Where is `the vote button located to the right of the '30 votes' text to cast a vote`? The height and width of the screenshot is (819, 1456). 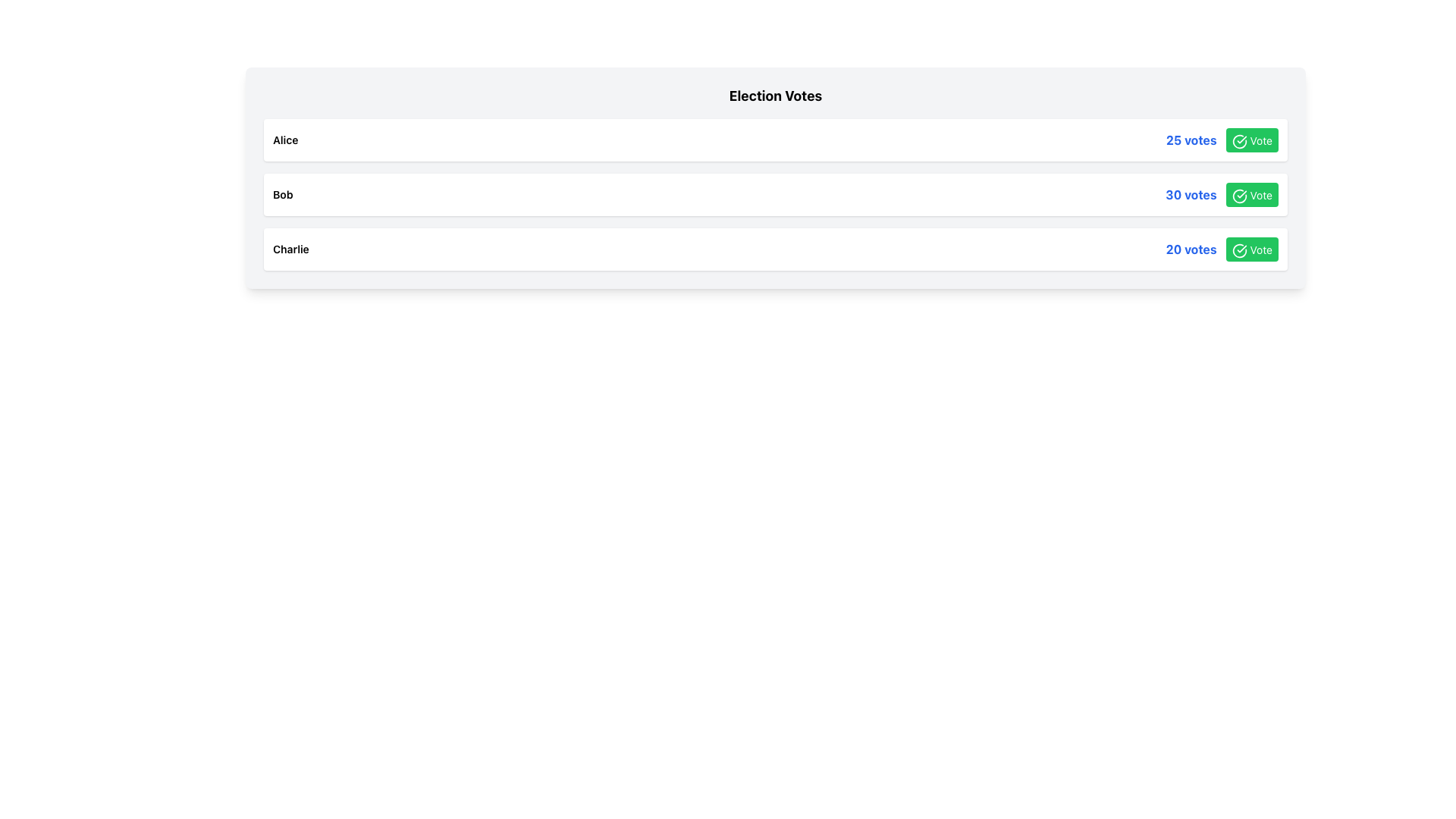
the vote button located to the right of the '30 votes' text to cast a vote is located at coordinates (1252, 194).